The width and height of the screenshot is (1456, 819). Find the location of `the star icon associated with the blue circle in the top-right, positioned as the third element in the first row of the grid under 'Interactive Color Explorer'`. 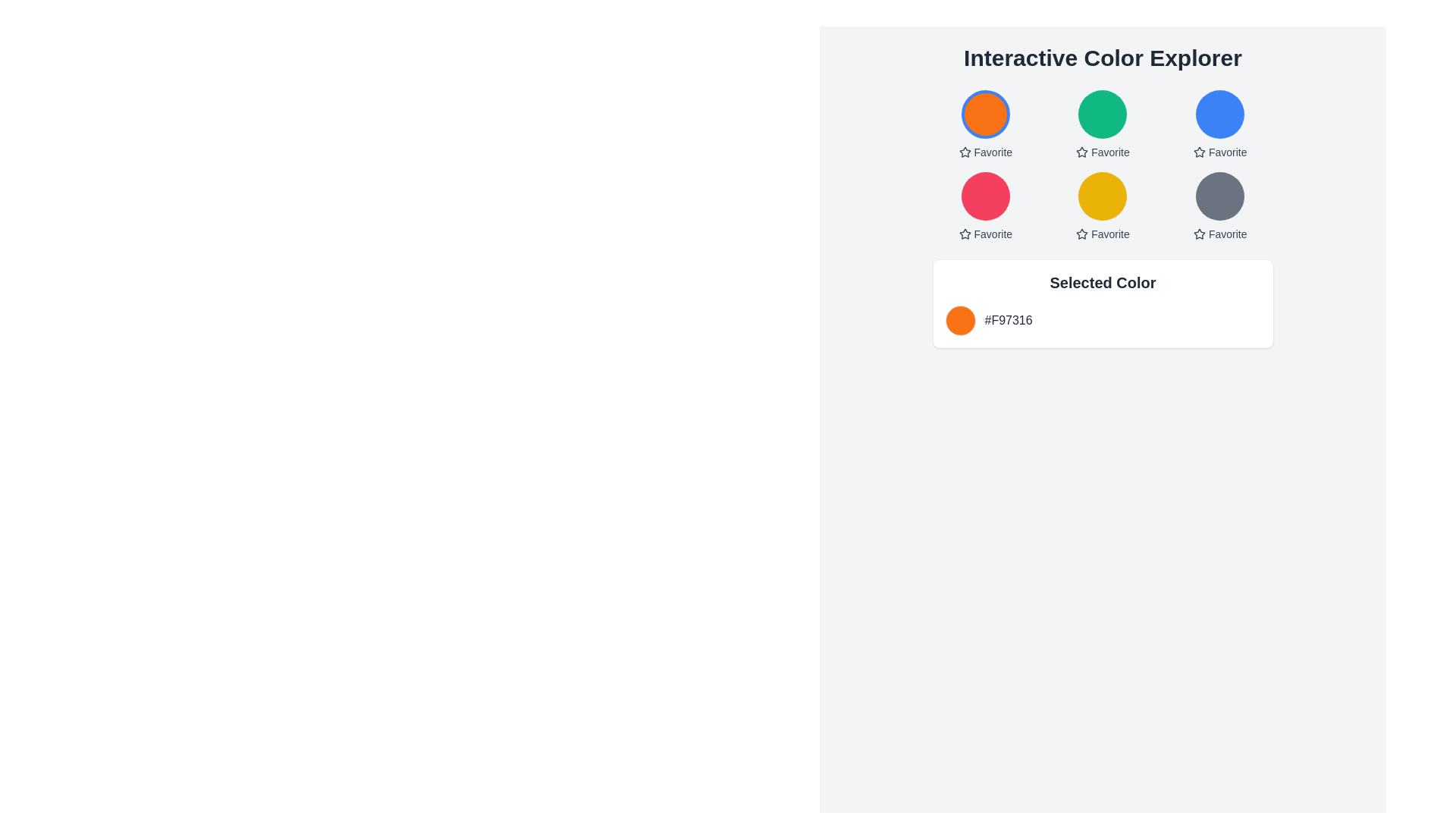

the star icon associated with the blue circle in the top-right, positioned as the third element in the first row of the grid under 'Interactive Color Explorer' is located at coordinates (1198, 152).